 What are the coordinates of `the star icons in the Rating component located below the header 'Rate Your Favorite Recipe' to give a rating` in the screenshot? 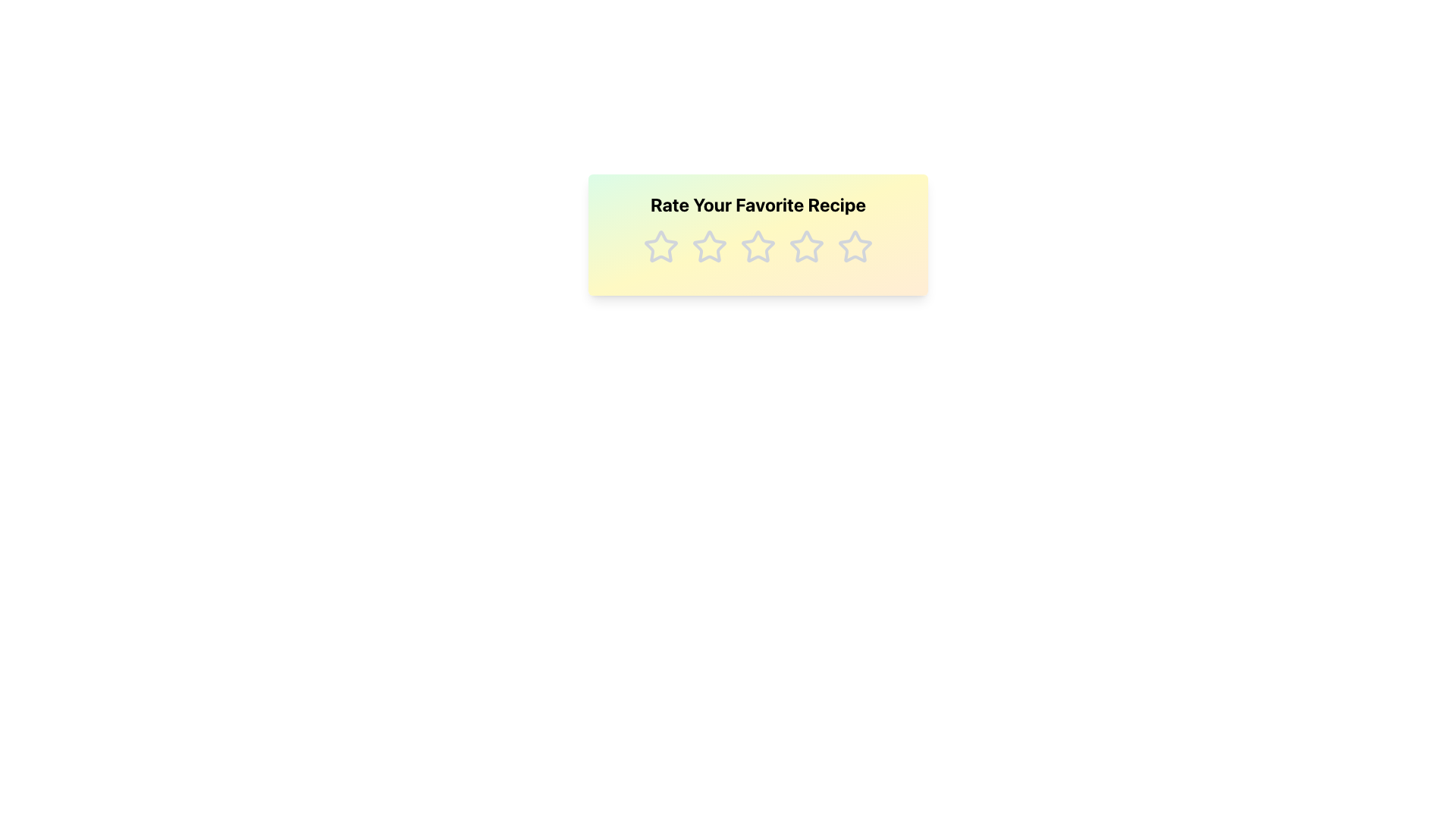 It's located at (758, 246).